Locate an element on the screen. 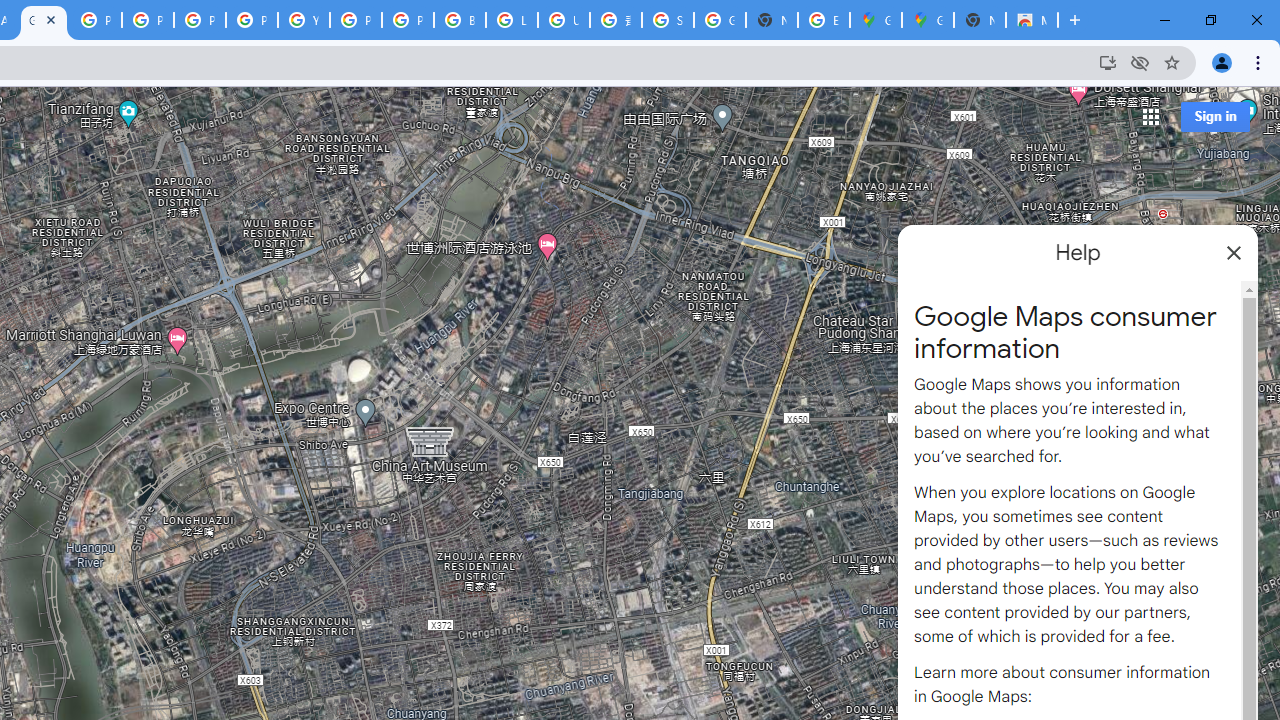  'New Tab' is located at coordinates (979, 20).